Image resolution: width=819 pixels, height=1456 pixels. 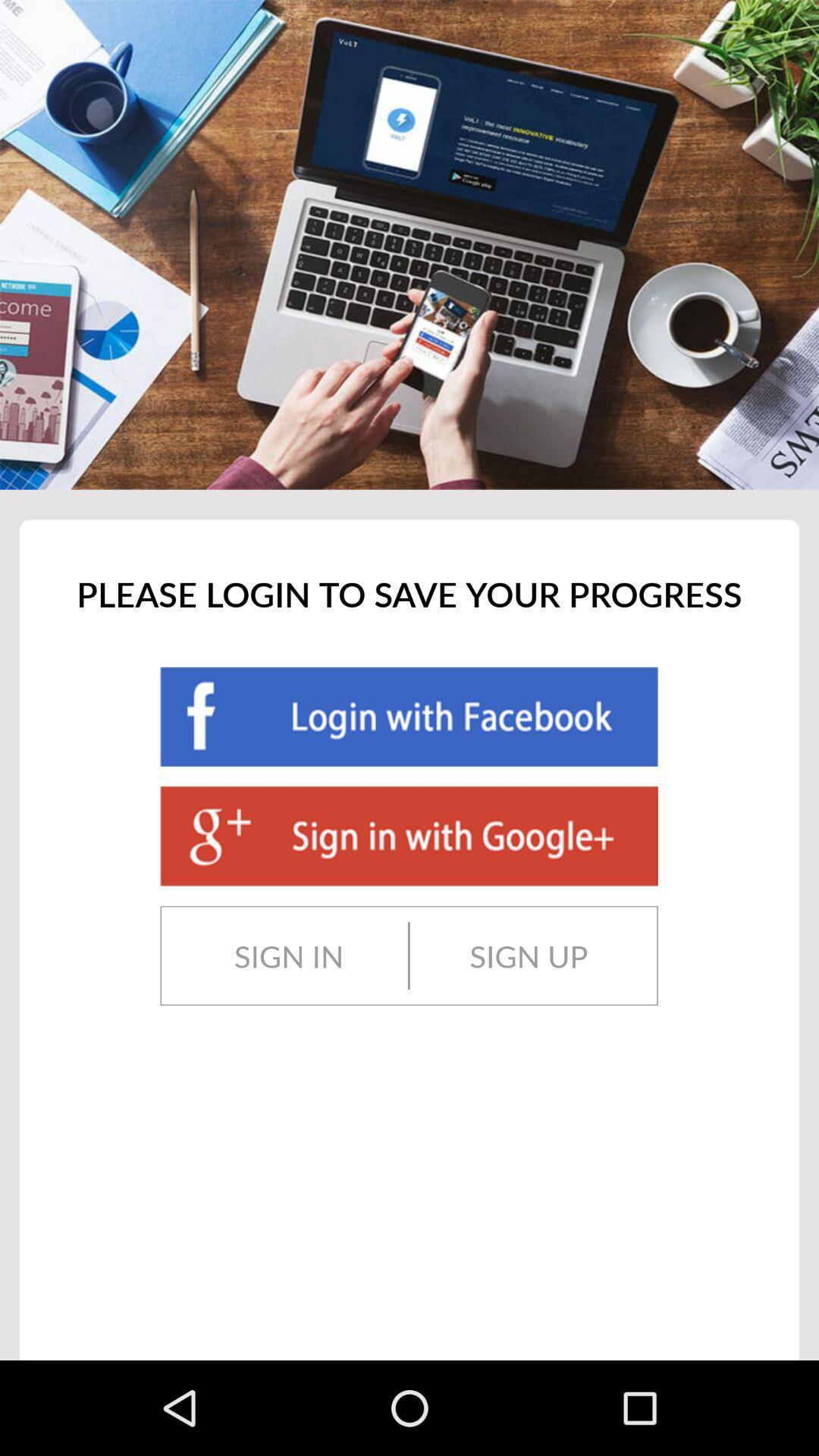 What do you see at coordinates (408, 835) in the screenshot?
I see `sign into an application with your google+ account` at bounding box center [408, 835].